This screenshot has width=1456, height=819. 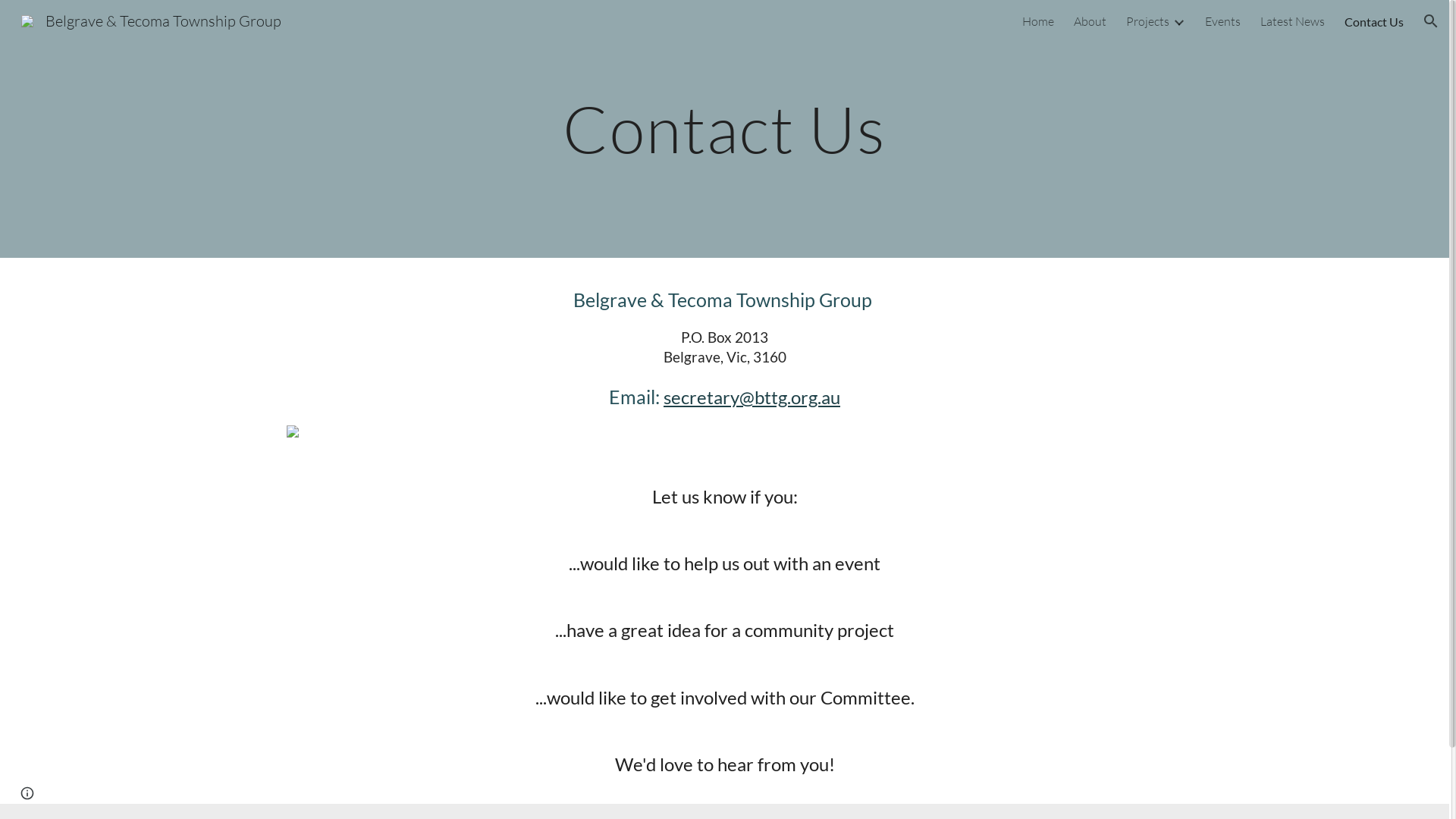 What do you see at coordinates (1147, 20) in the screenshot?
I see `'Projects'` at bounding box center [1147, 20].